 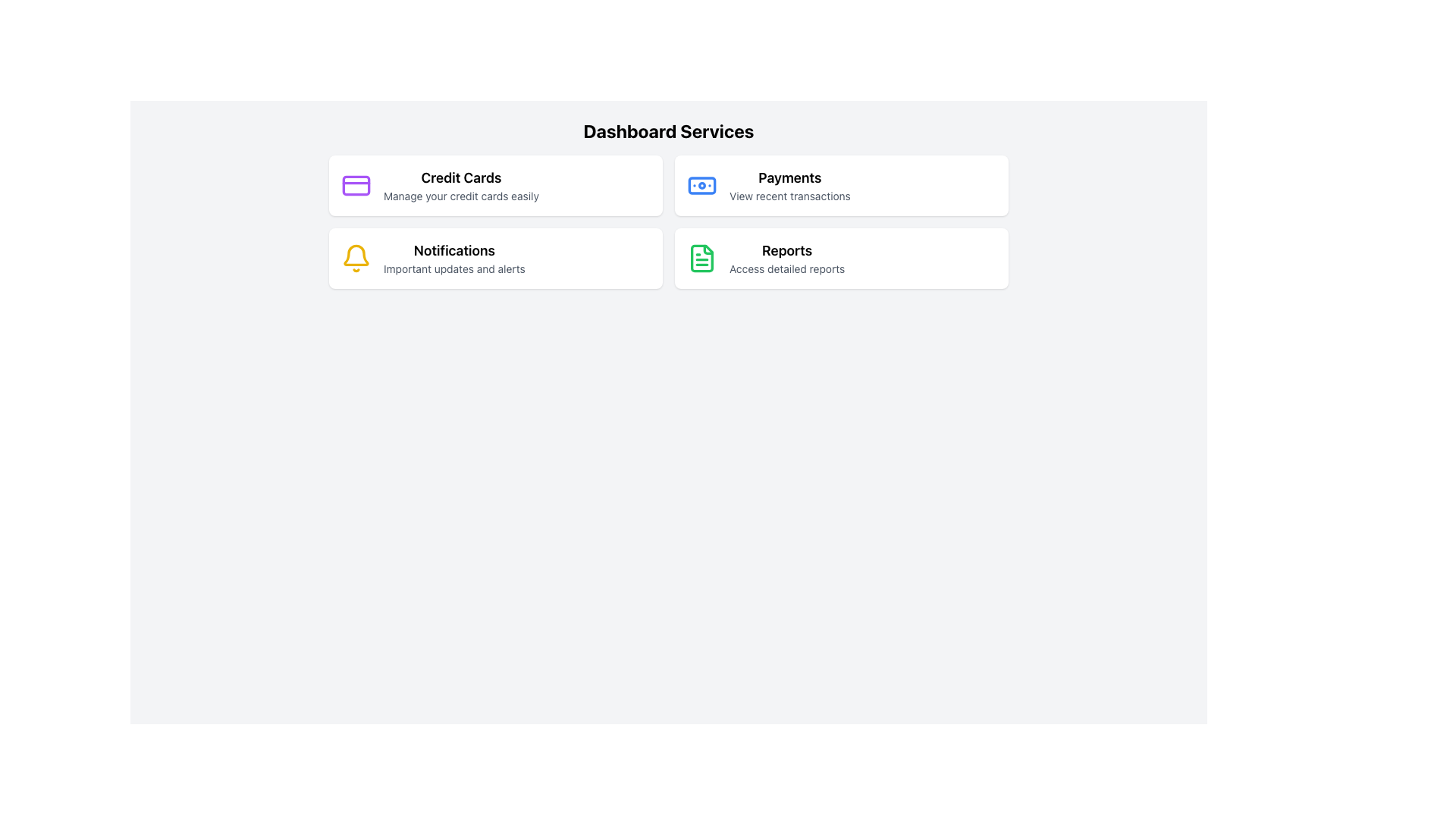 I want to click on the Informational Card located in the lower-left quadrant of the interface, which is the second card in the first column of a grid layout, so click(x=495, y=257).